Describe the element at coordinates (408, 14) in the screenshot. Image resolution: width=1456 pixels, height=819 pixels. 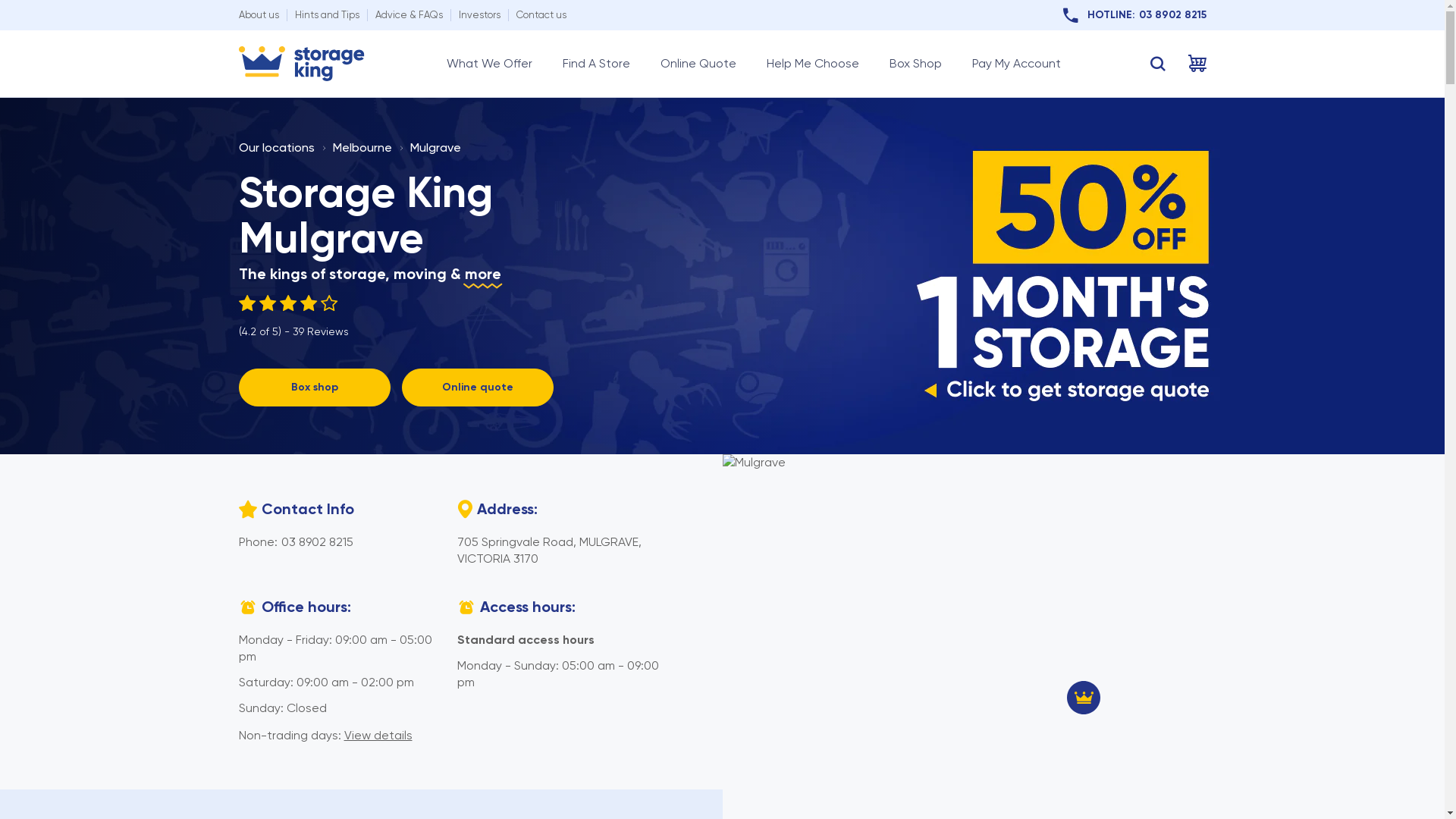
I see `'Advice & FAQs'` at that location.